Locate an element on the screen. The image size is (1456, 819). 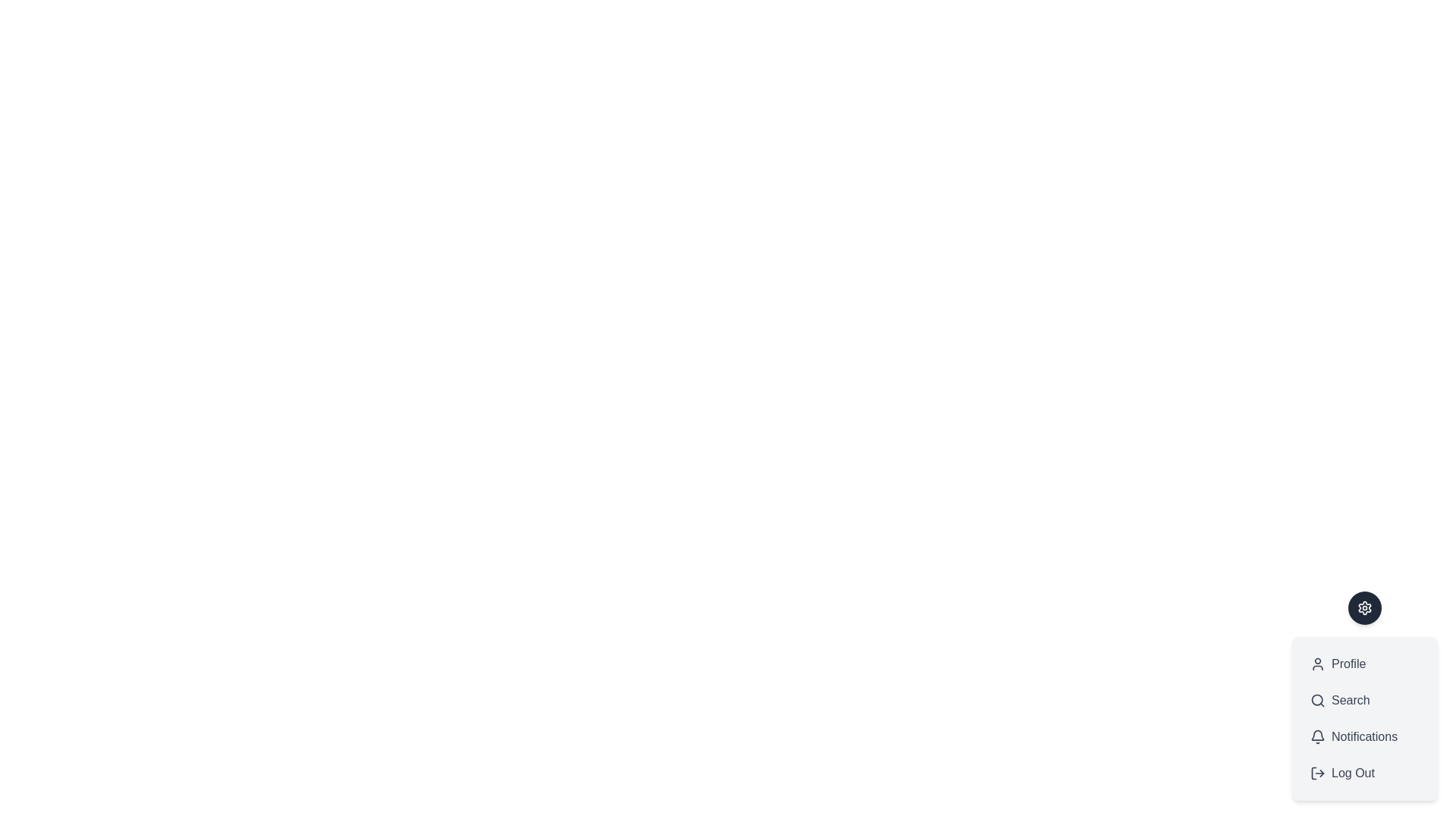
the settings icon located in the bottom-right corner of the interface is located at coordinates (1365, 607).